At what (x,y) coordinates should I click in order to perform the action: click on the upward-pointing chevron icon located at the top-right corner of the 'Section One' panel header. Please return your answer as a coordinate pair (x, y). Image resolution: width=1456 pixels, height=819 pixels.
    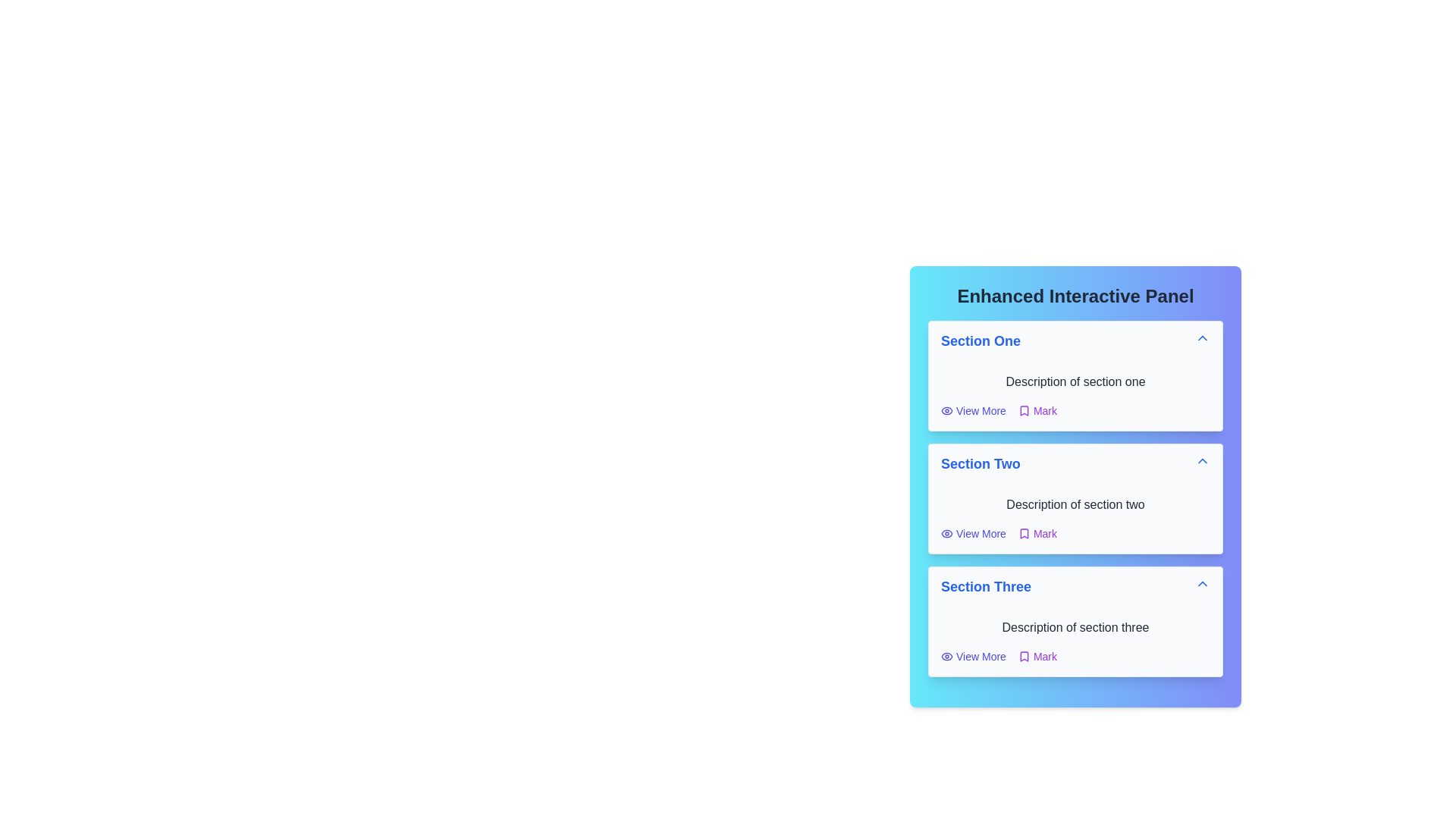
    Looking at the image, I should click on (1201, 337).